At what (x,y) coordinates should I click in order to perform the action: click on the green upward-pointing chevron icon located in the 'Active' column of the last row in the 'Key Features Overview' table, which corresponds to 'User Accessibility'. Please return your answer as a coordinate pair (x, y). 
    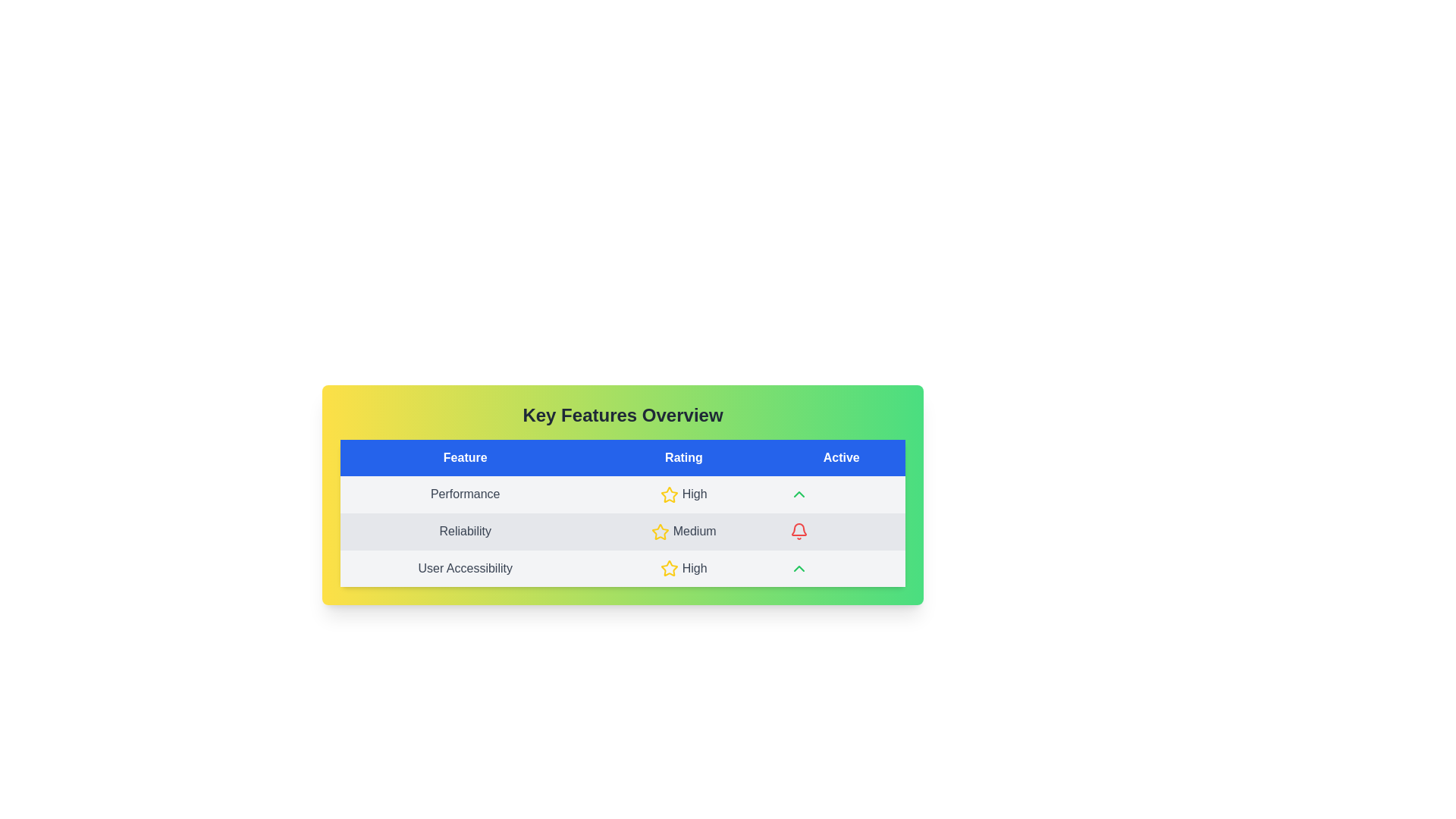
    Looking at the image, I should click on (798, 568).